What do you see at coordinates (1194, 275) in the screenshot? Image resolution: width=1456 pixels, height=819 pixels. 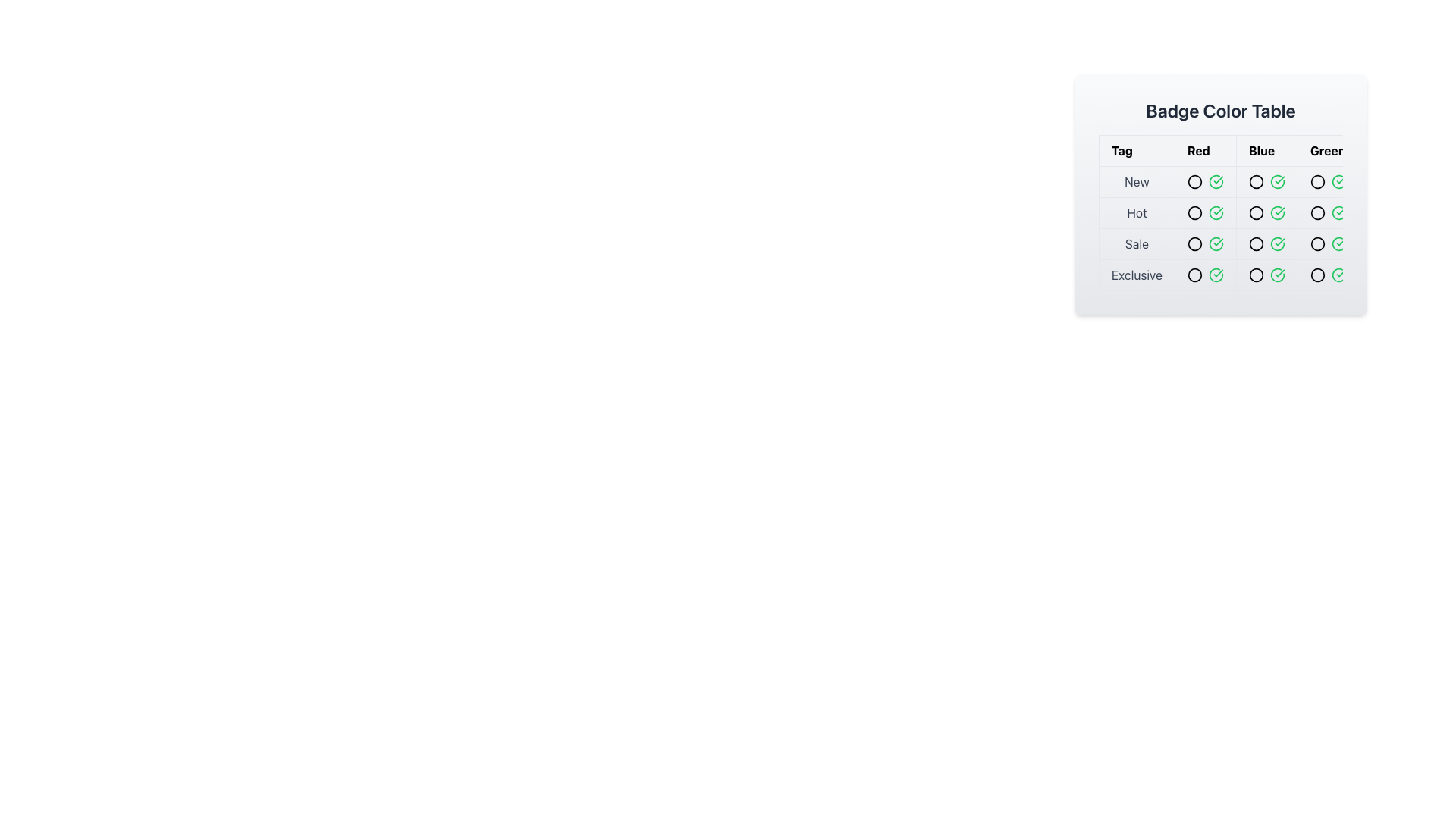 I see `the circular red icon with a black border located in the 'Red' column and 'Exclusive' row of the 'Badge Color Table'` at bounding box center [1194, 275].